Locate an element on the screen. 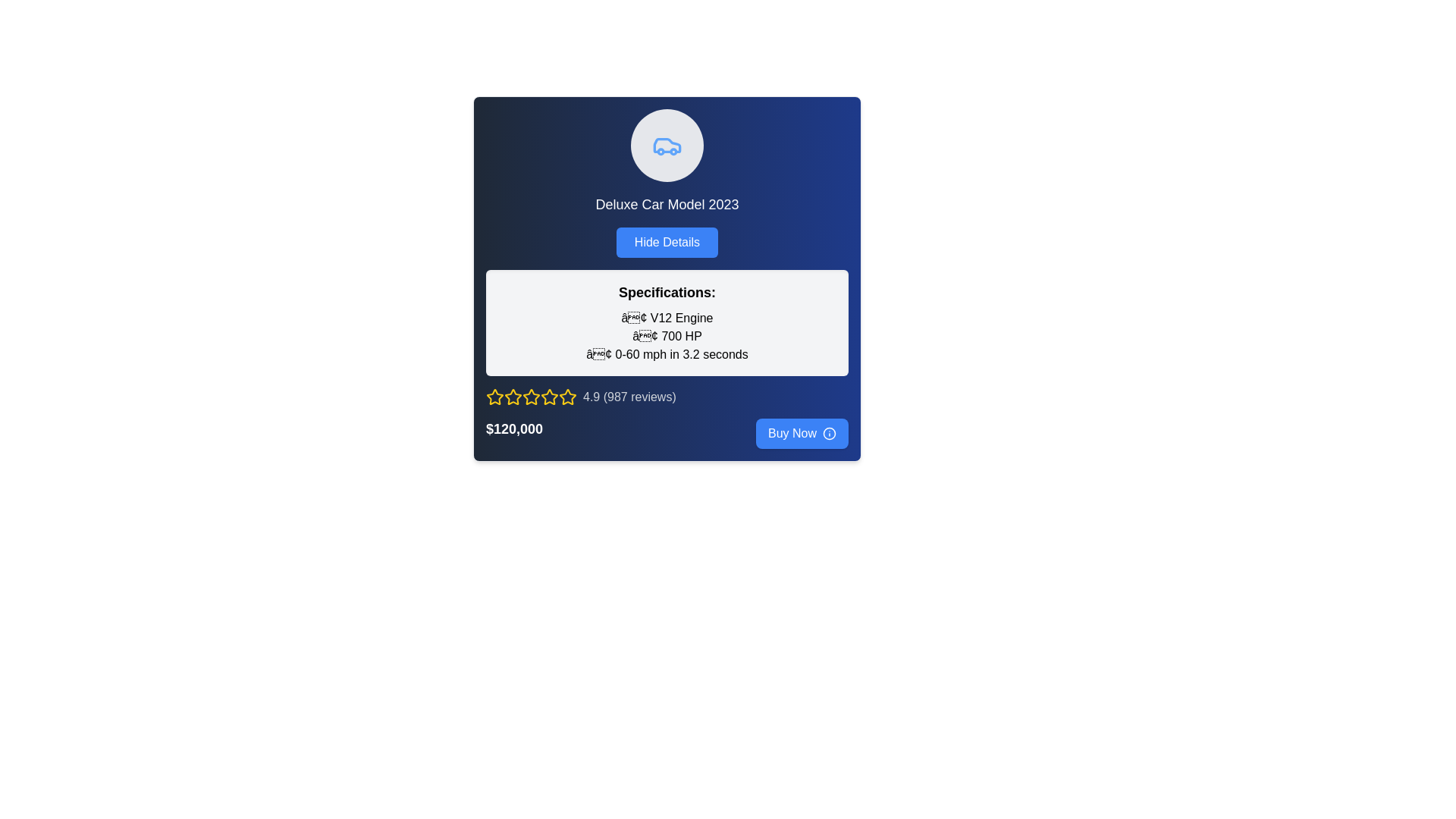  the descriptive text element that provides information about the performance specifications of the product, specifically its acceleration capability, which is the third item in a bulleted list of specifications is located at coordinates (667, 354).